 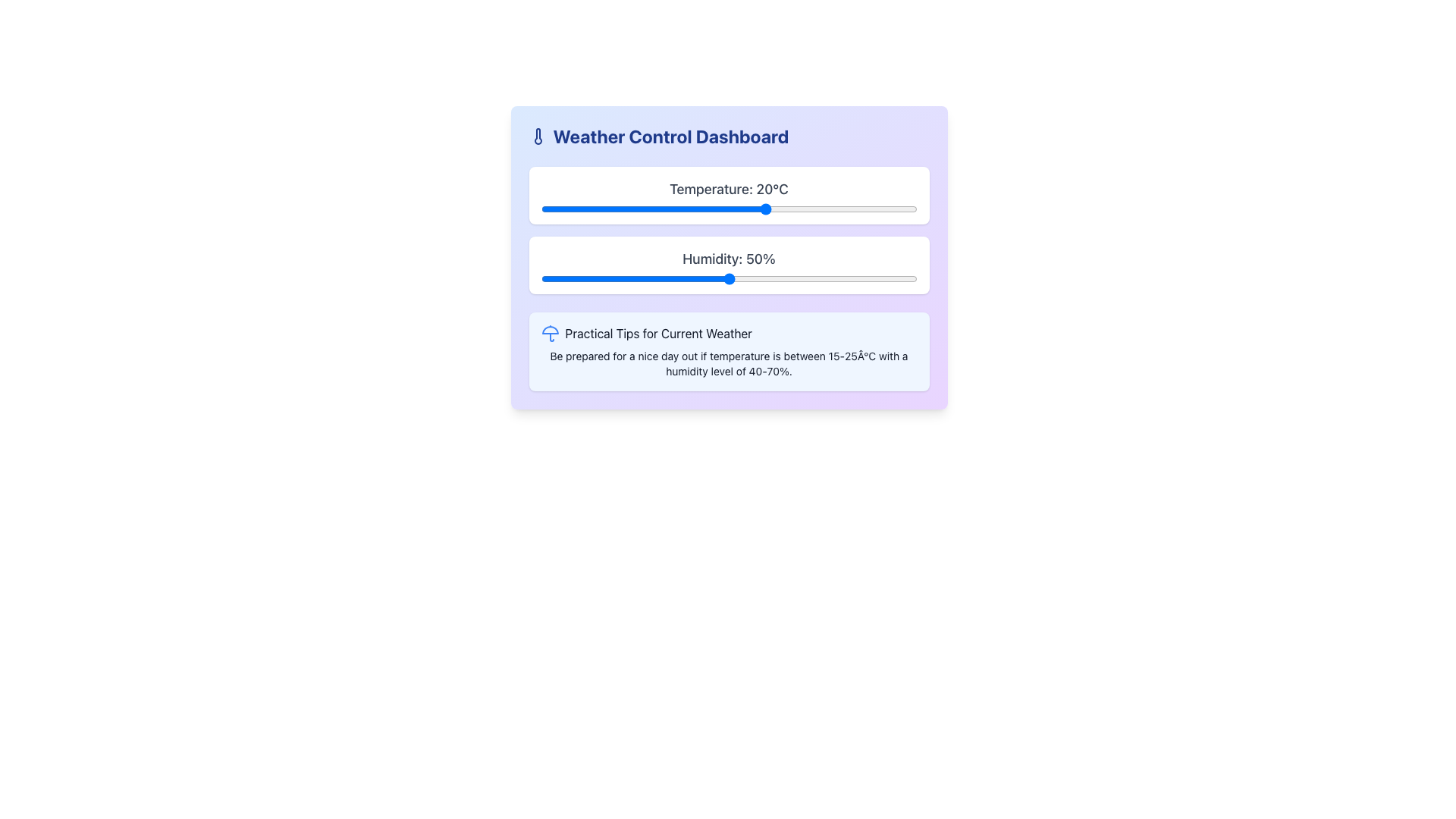 I want to click on the temperature, so click(x=639, y=209).